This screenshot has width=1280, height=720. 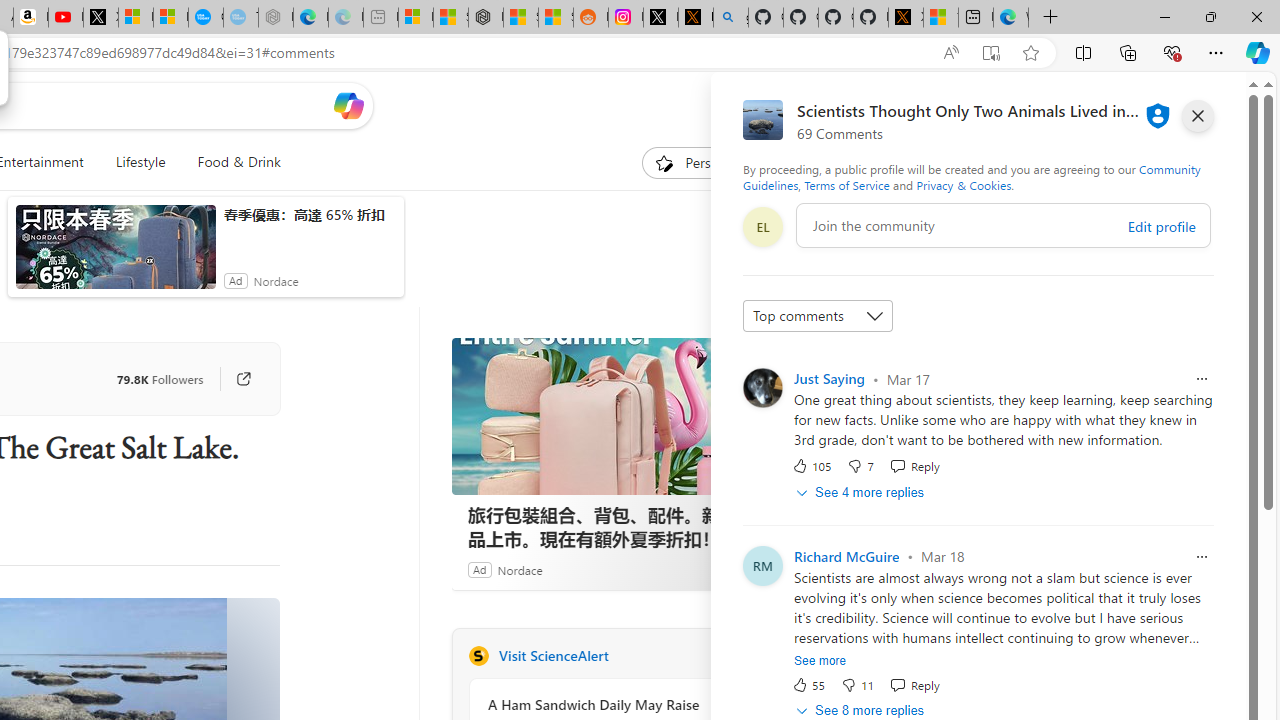 What do you see at coordinates (348, 105) in the screenshot?
I see `'Open Copilot'` at bounding box center [348, 105].